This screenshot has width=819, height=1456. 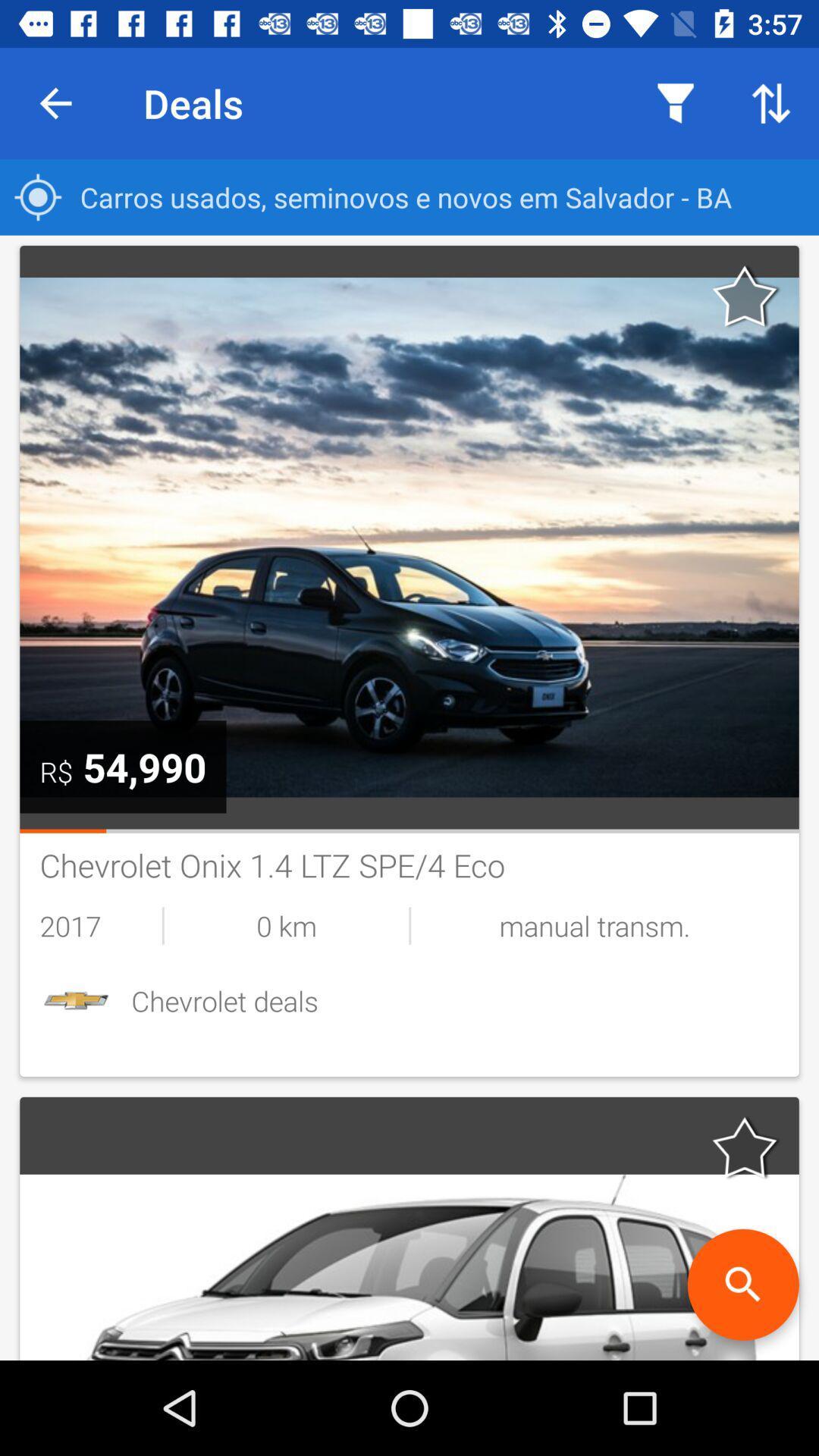 What do you see at coordinates (742, 1284) in the screenshot?
I see `new search` at bounding box center [742, 1284].